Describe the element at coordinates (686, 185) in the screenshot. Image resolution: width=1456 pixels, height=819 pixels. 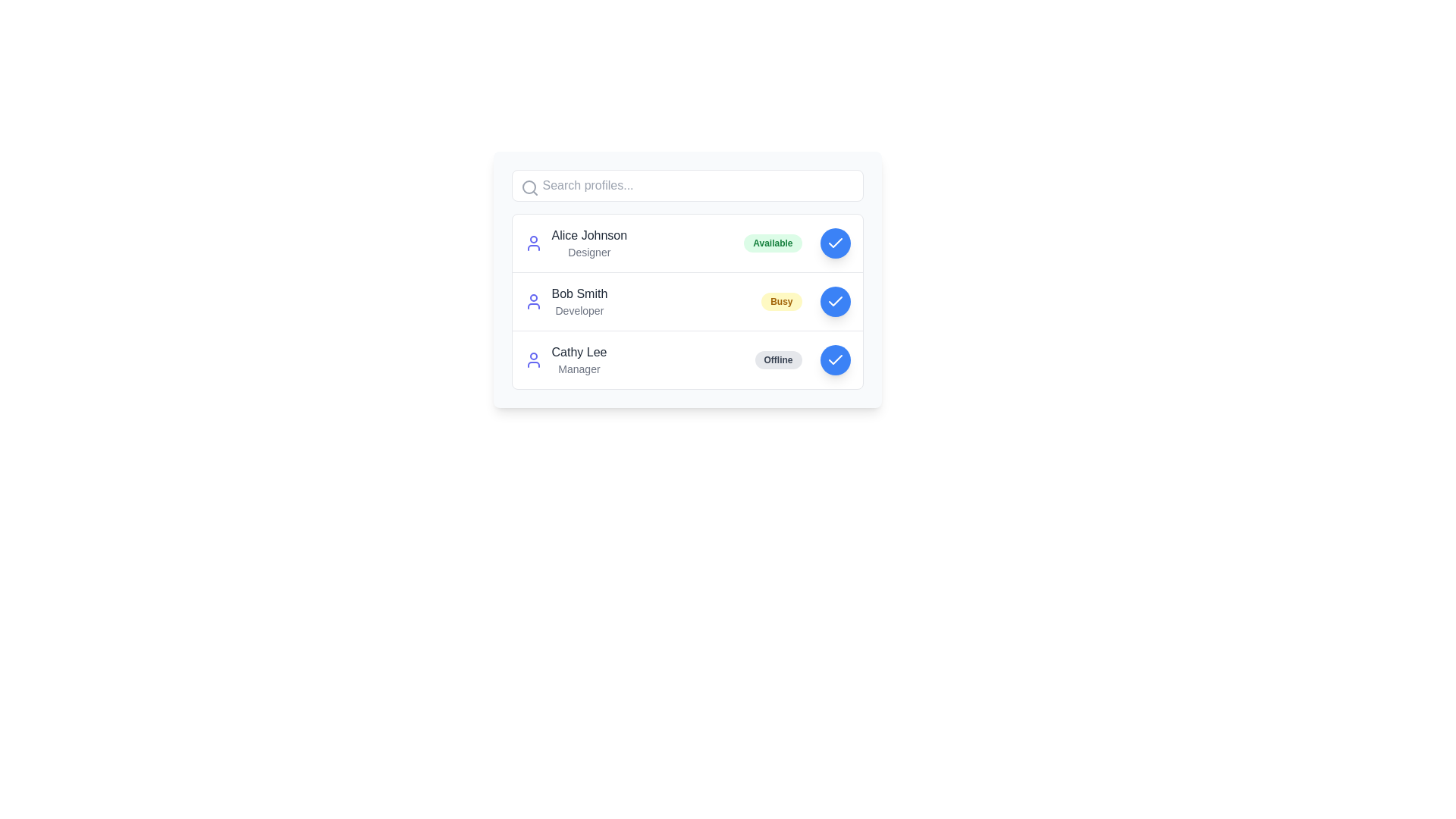
I see `the search input field to focus it, which allows users to type search terms to filter profiles` at that location.